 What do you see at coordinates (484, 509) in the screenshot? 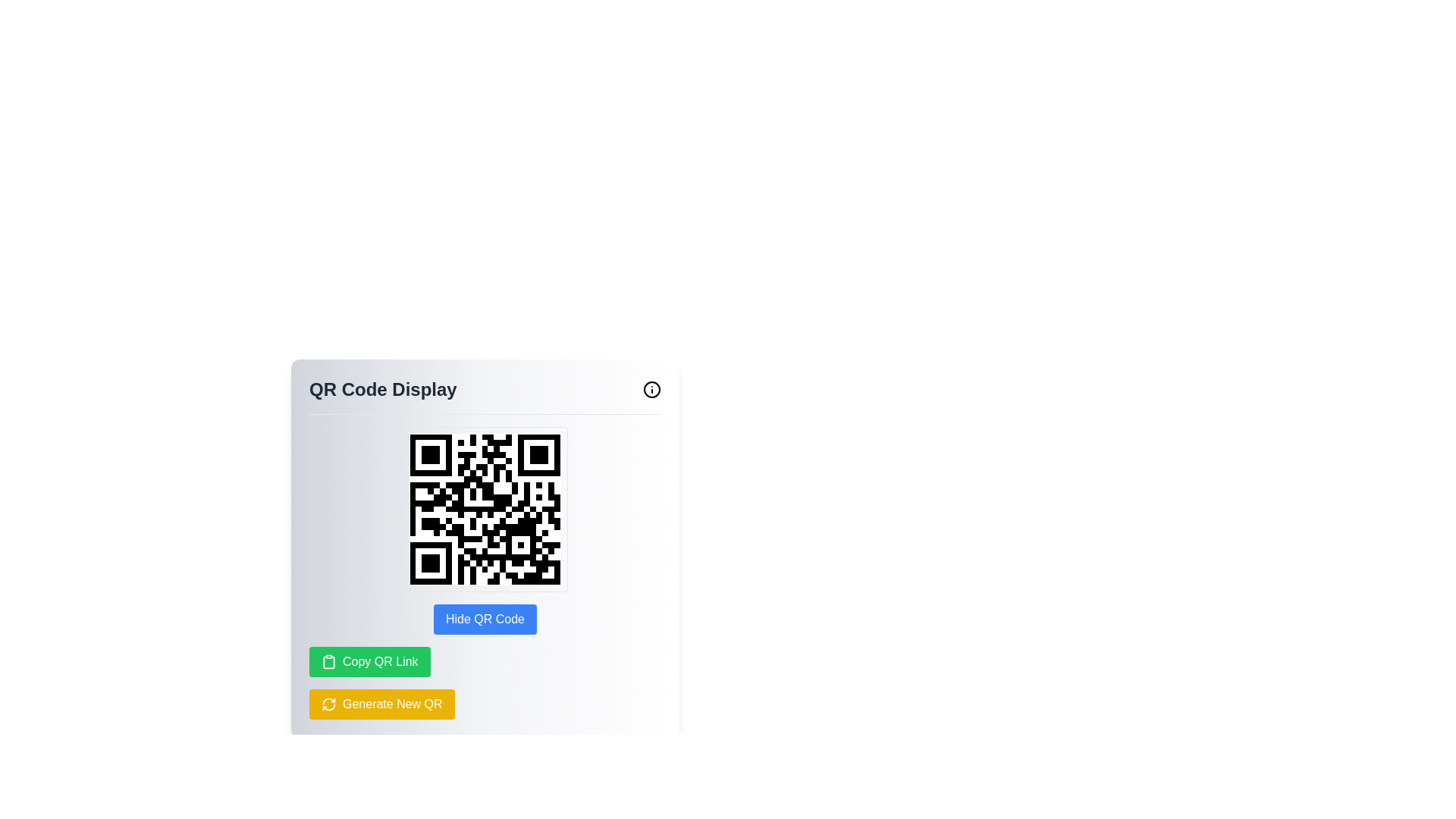
I see `the QR Code display box located in the upper-middle section of the card titled 'QR Code Display'` at bounding box center [484, 509].